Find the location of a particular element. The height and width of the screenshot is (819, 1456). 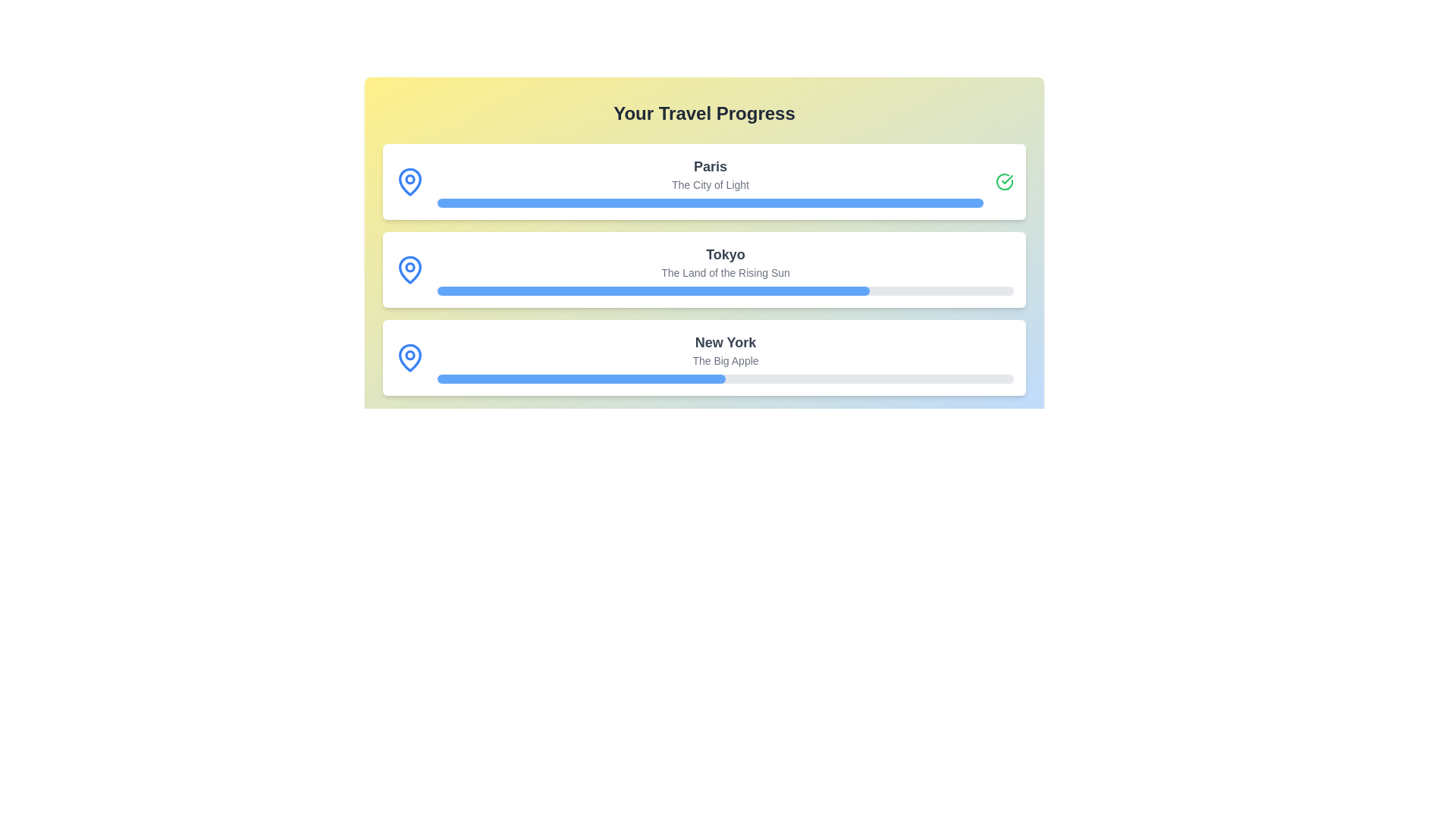

the progress visually on the horizontal progress bar located below the text 'The City of Light' in the section titled 'Paris' is located at coordinates (709, 202).